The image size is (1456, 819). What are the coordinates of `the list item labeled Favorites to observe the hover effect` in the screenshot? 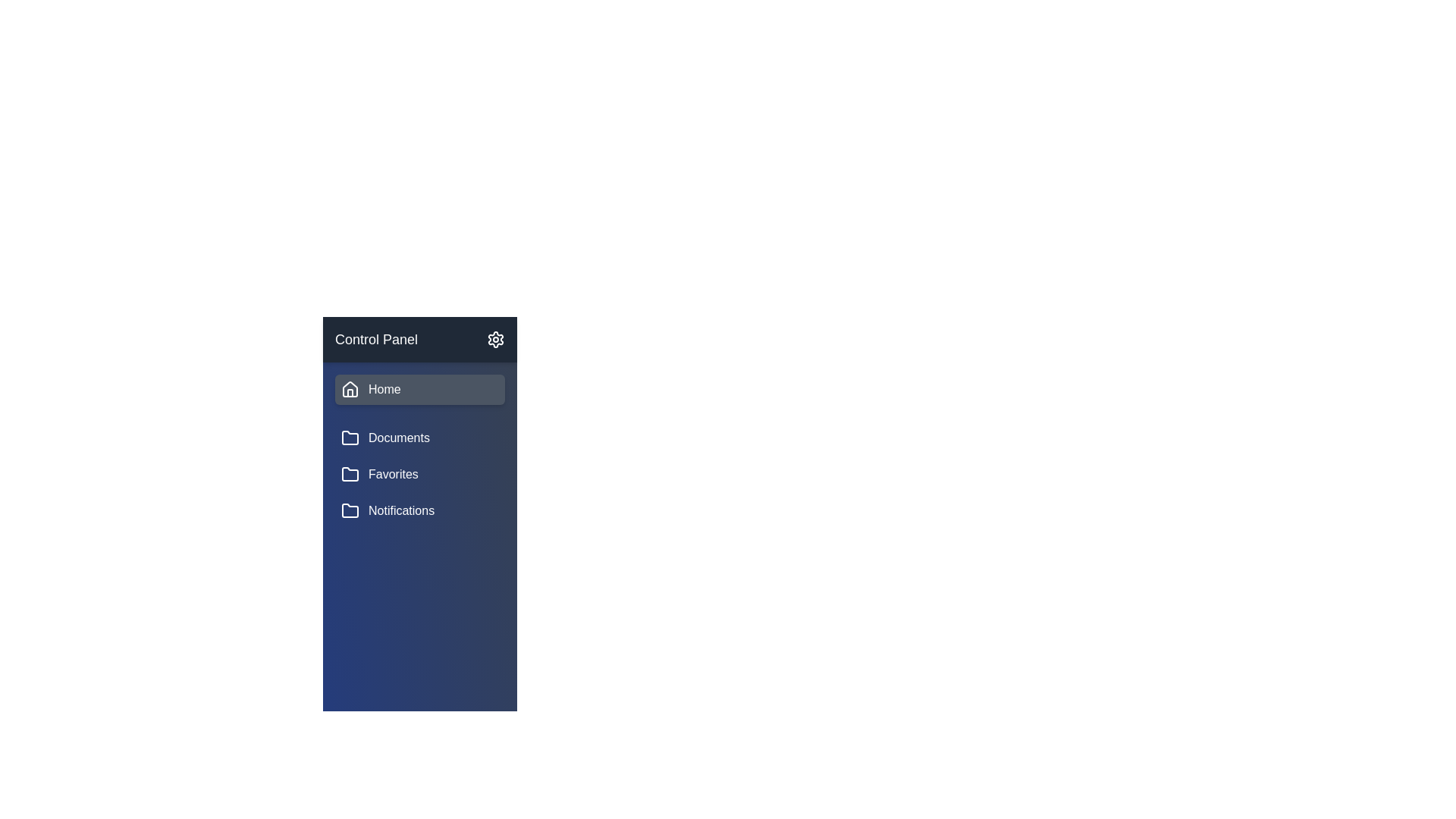 It's located at (419, 473).